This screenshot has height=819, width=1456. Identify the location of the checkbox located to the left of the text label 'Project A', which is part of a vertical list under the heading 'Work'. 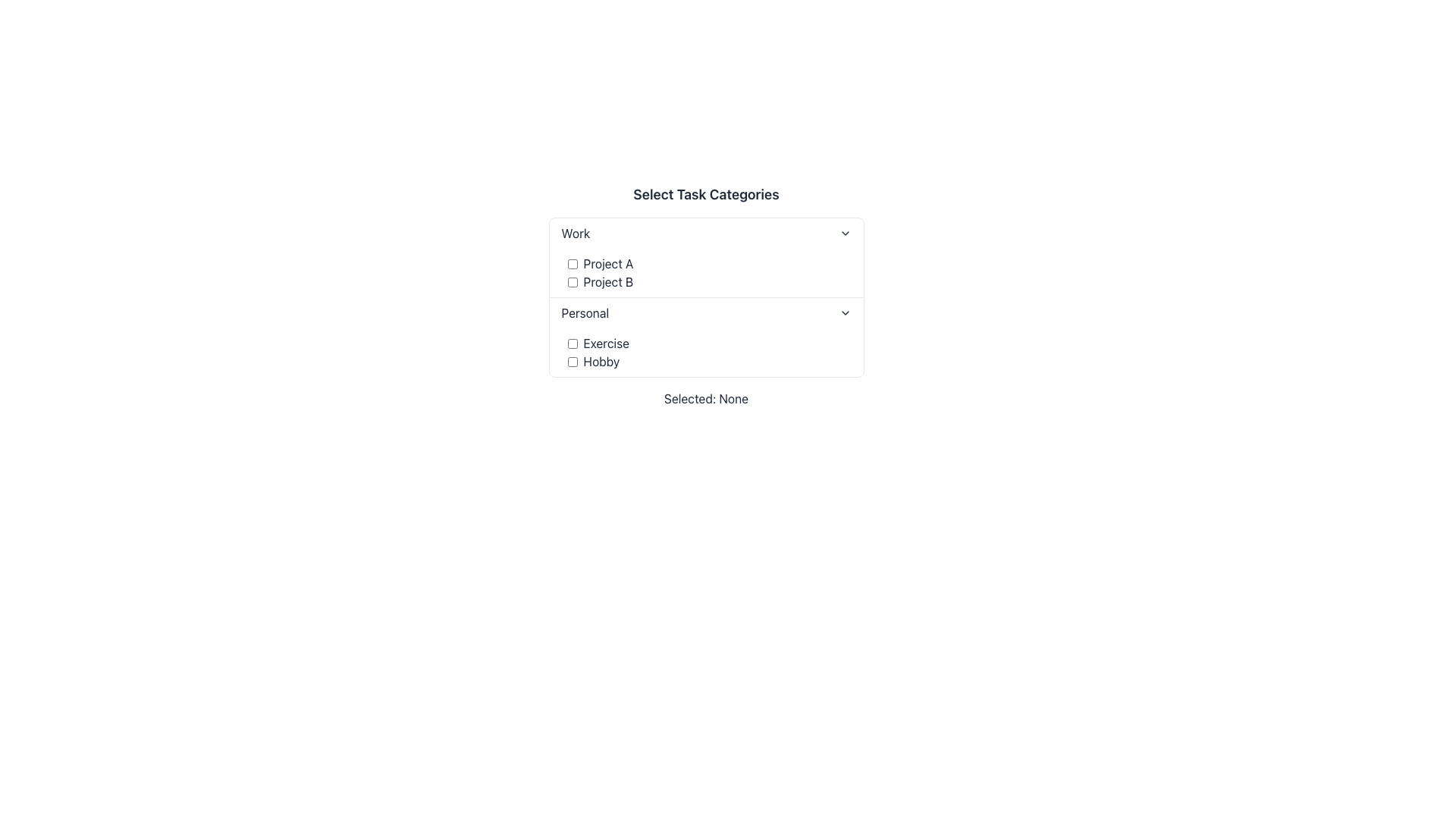
(571, 262).